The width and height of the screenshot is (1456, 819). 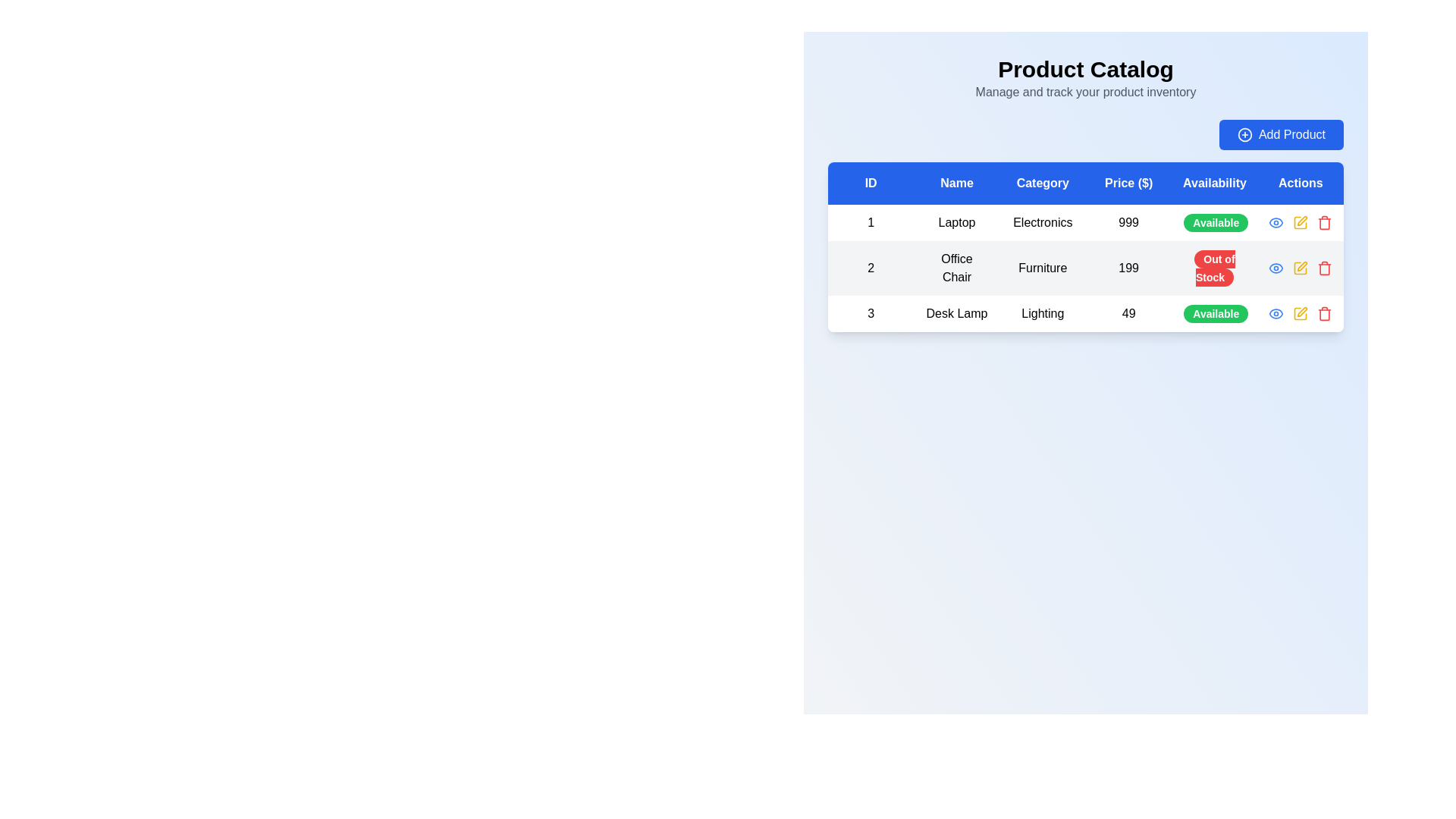 I want to click on displayed text in the 'ID' column of the 'Product Catalog' table, specifically located in the third row, so click(x=871, y=312).